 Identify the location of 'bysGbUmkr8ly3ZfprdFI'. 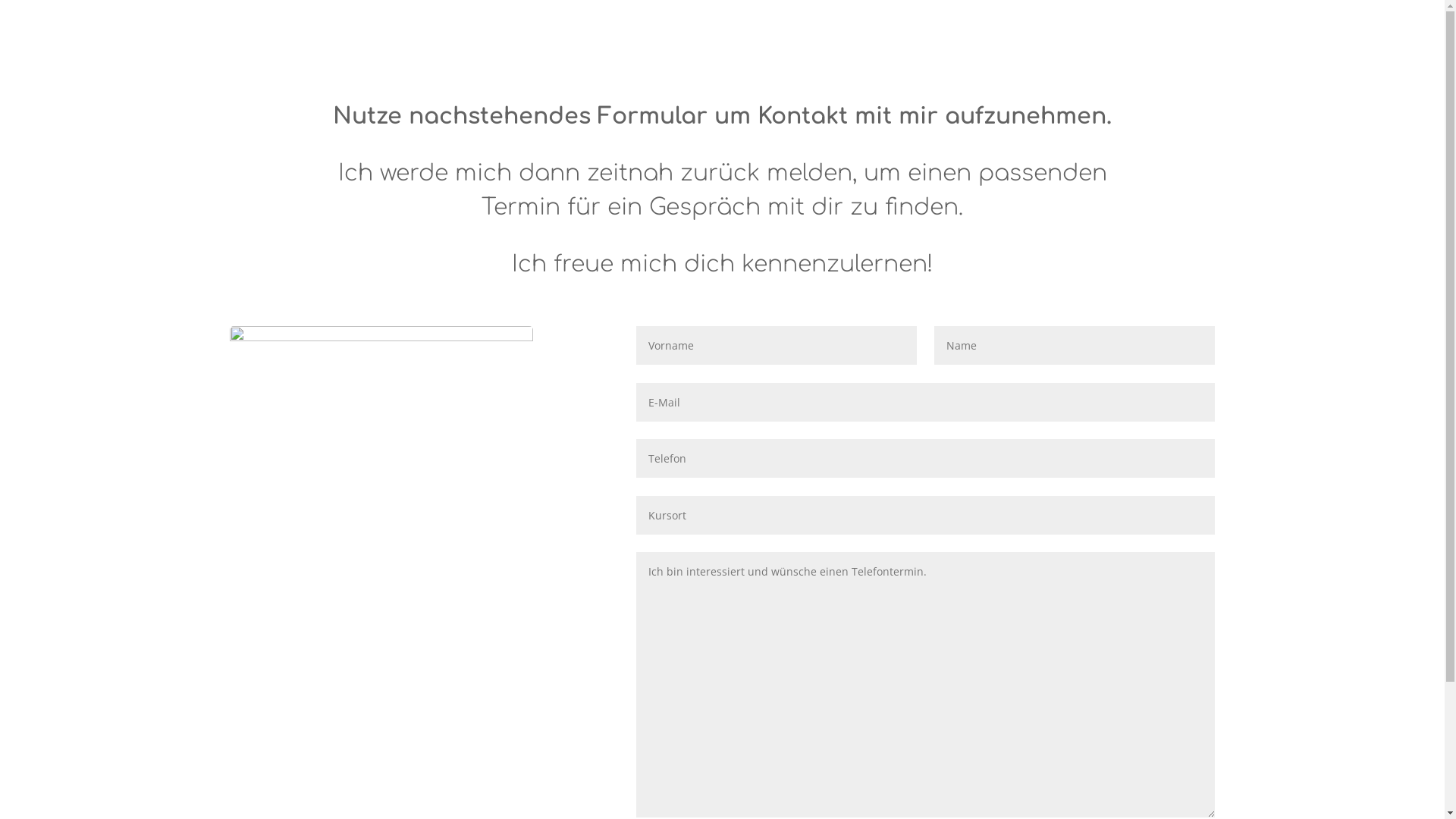
(381, 427).